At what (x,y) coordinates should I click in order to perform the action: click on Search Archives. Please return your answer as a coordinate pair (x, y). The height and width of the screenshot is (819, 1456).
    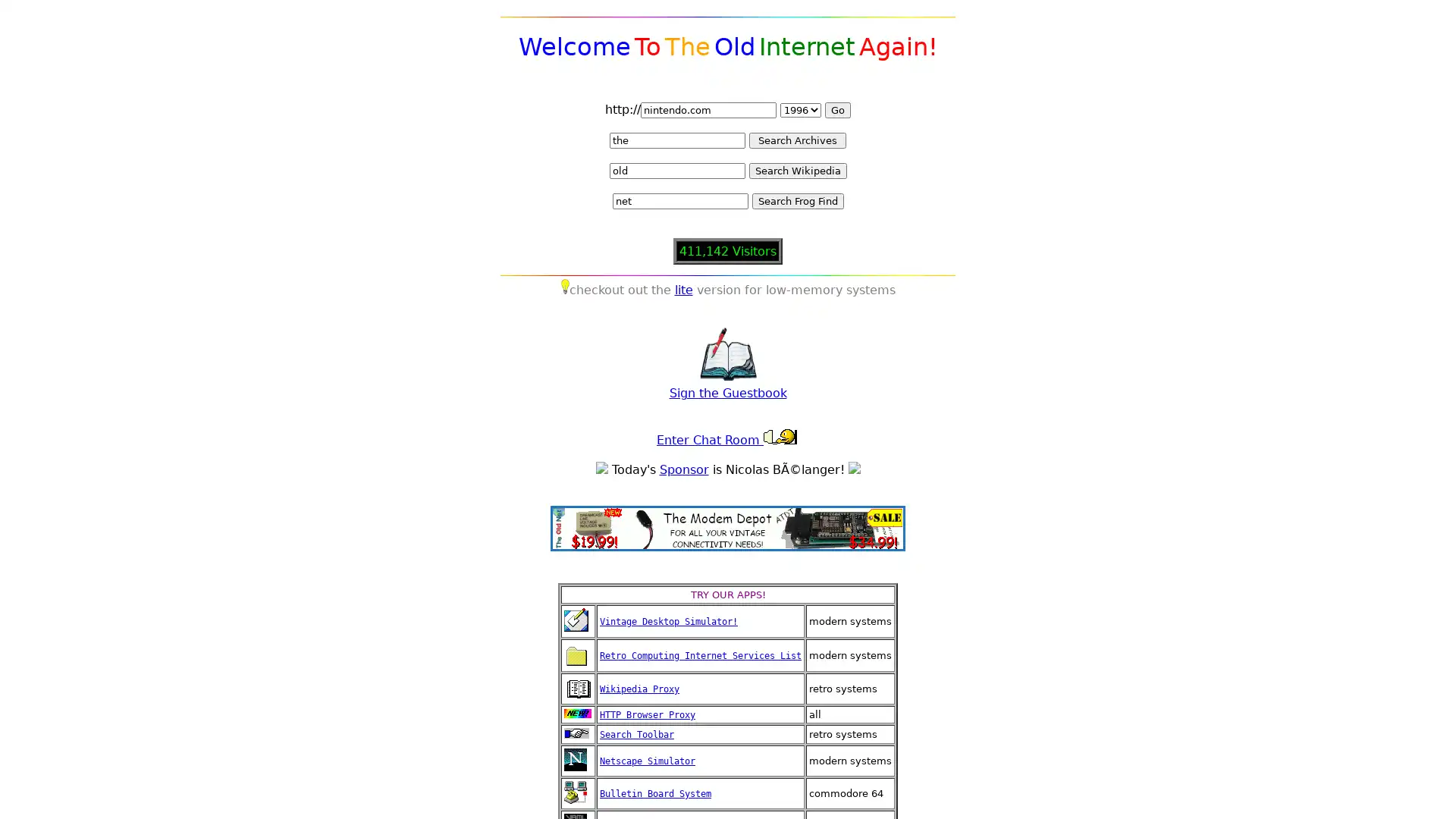
    Looking at the image, I should click on (796, 140).